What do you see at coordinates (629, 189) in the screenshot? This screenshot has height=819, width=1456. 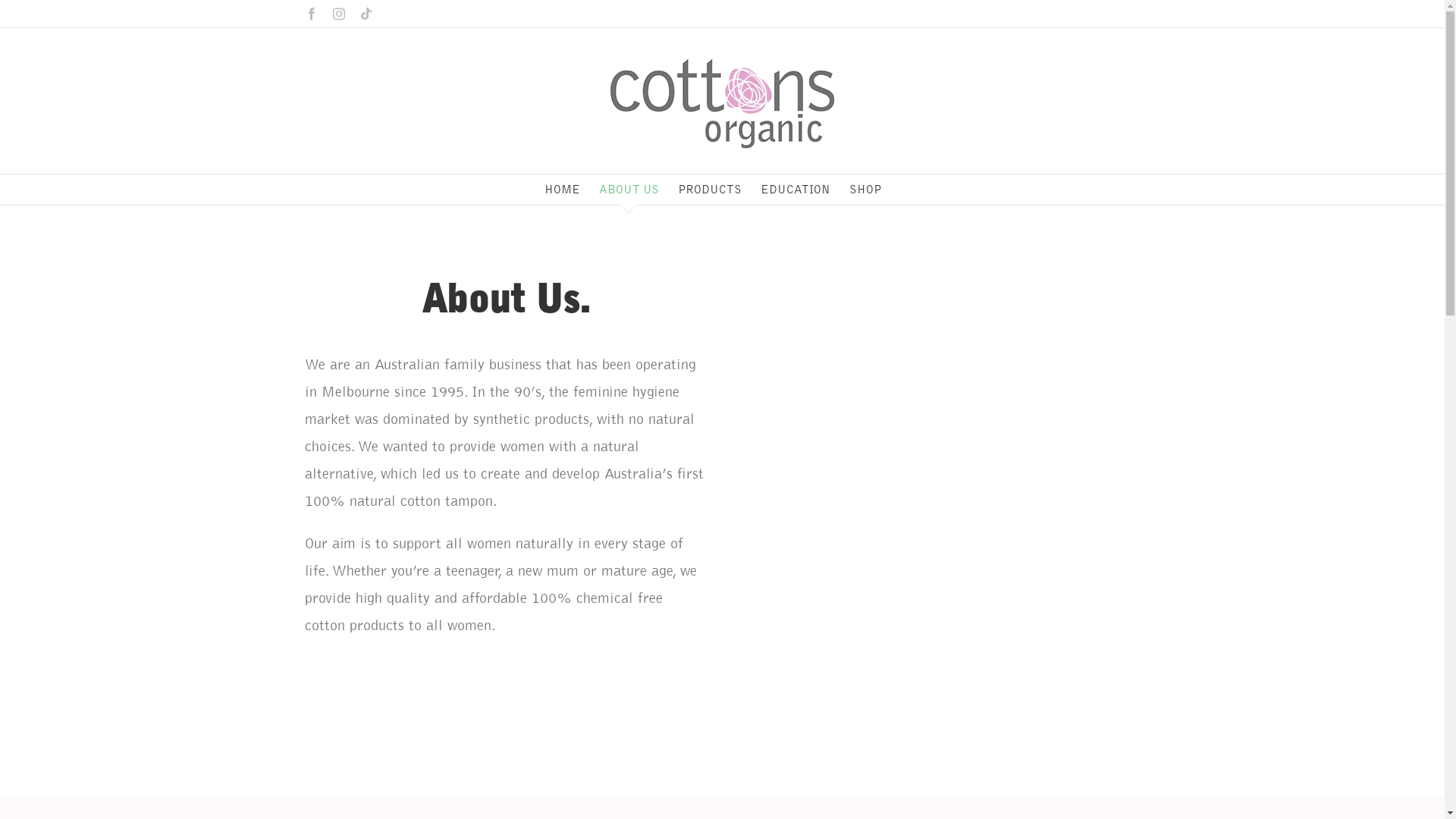 I see `'ABOUT US'` at bounding box center [629, 189].